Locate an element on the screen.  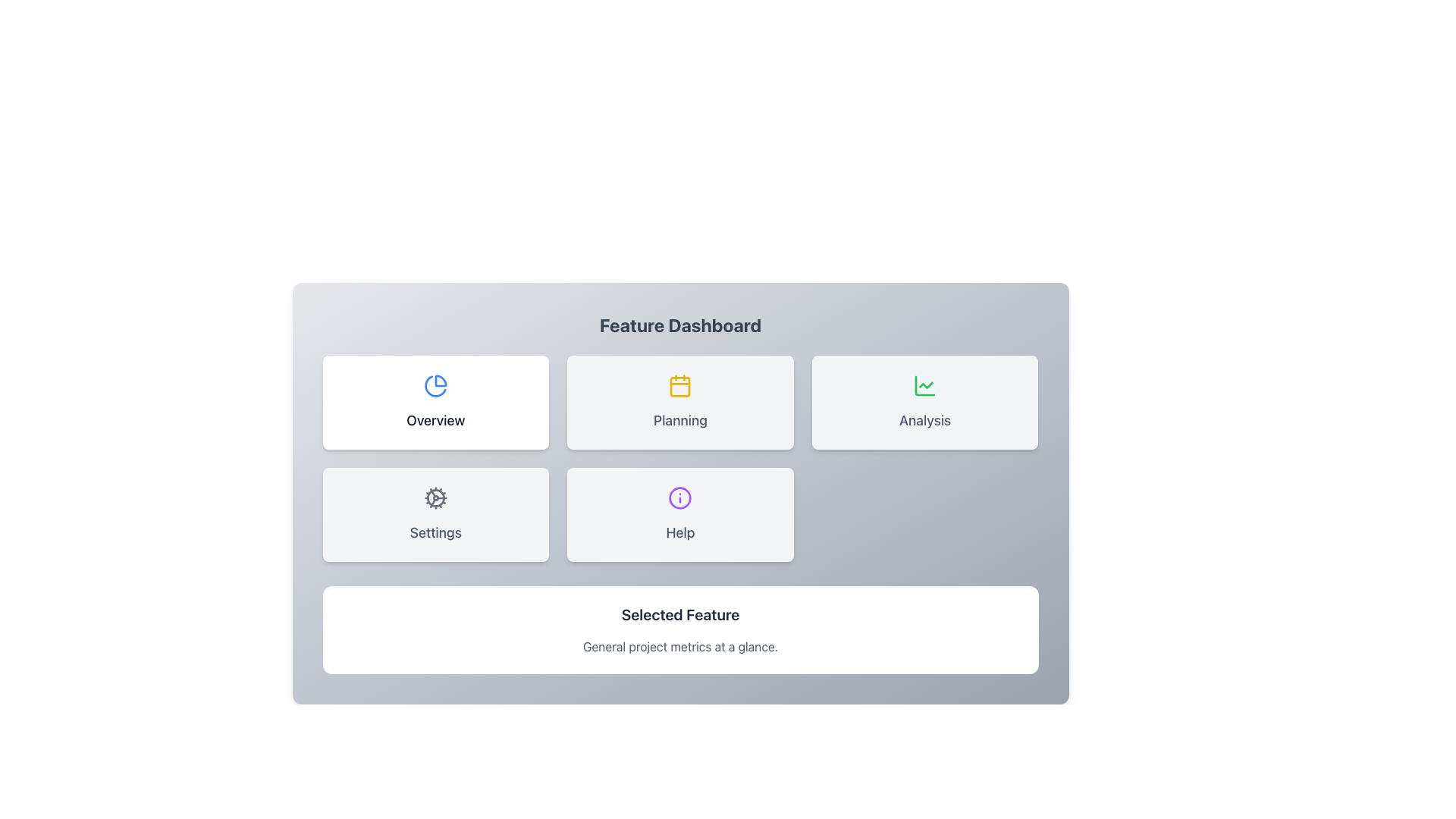
the cogwheel icon in the 'Settings' tile, which is a gray icon with eight teeth and a central circle is located at coordinates (435, 497).